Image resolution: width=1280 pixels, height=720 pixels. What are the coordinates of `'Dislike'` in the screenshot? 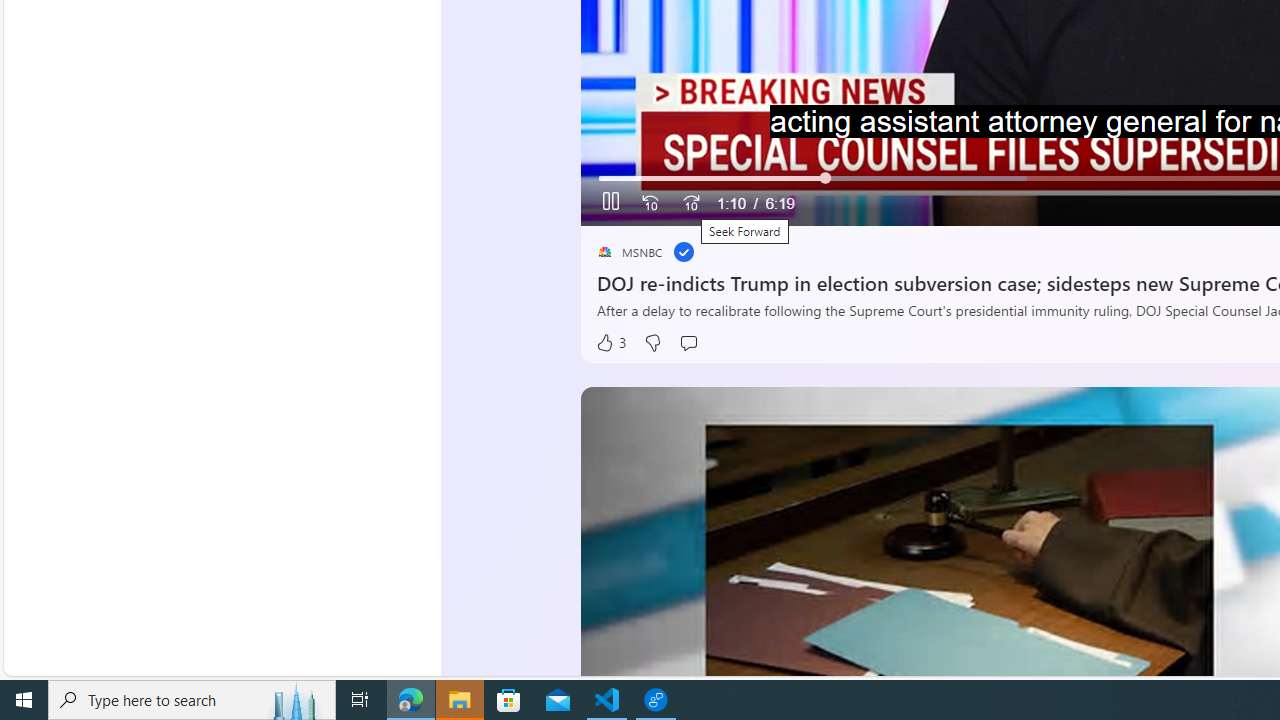 It's located at (652, 342).